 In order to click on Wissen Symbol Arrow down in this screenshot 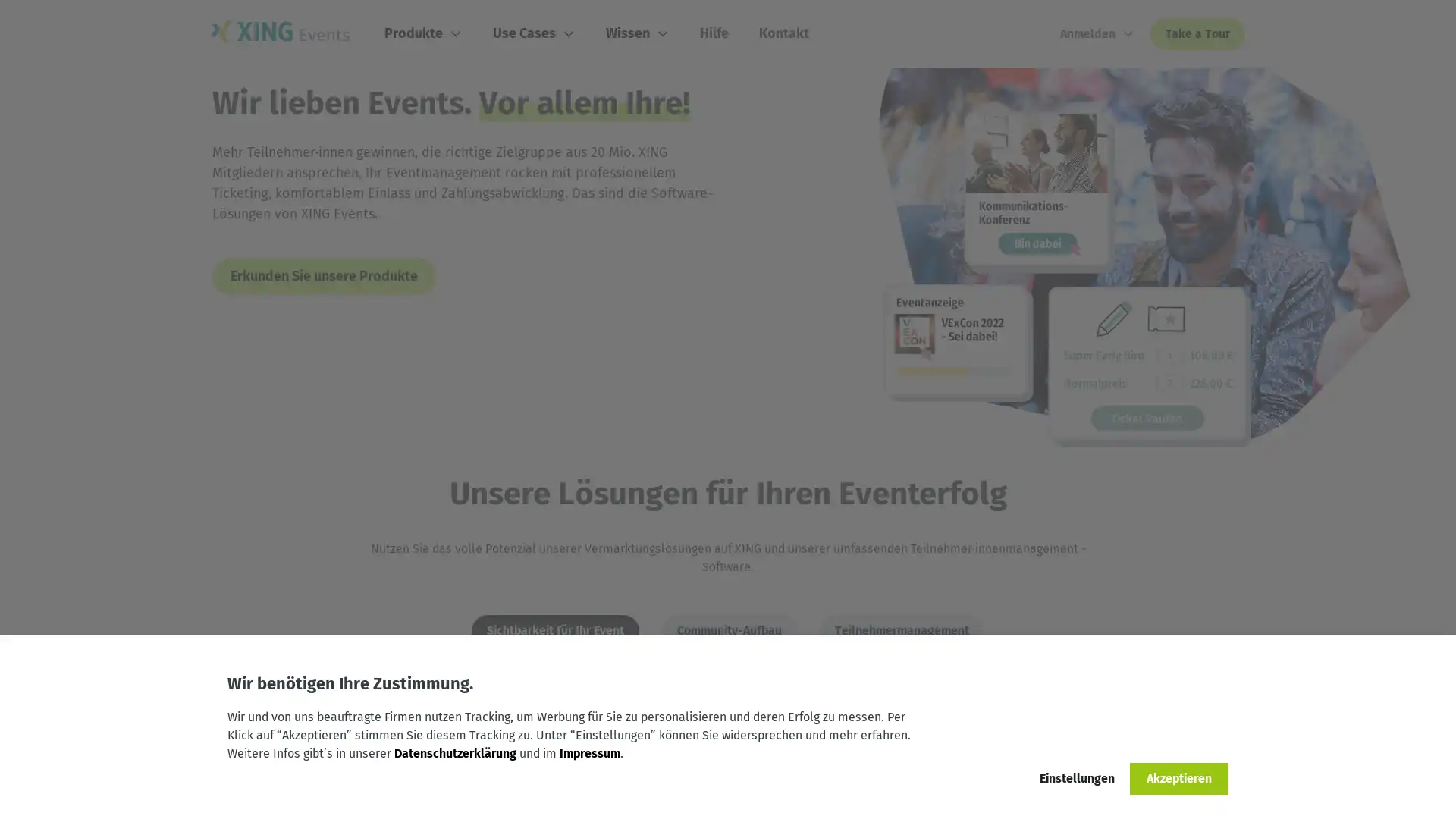, I will do `click(640, 33)`.